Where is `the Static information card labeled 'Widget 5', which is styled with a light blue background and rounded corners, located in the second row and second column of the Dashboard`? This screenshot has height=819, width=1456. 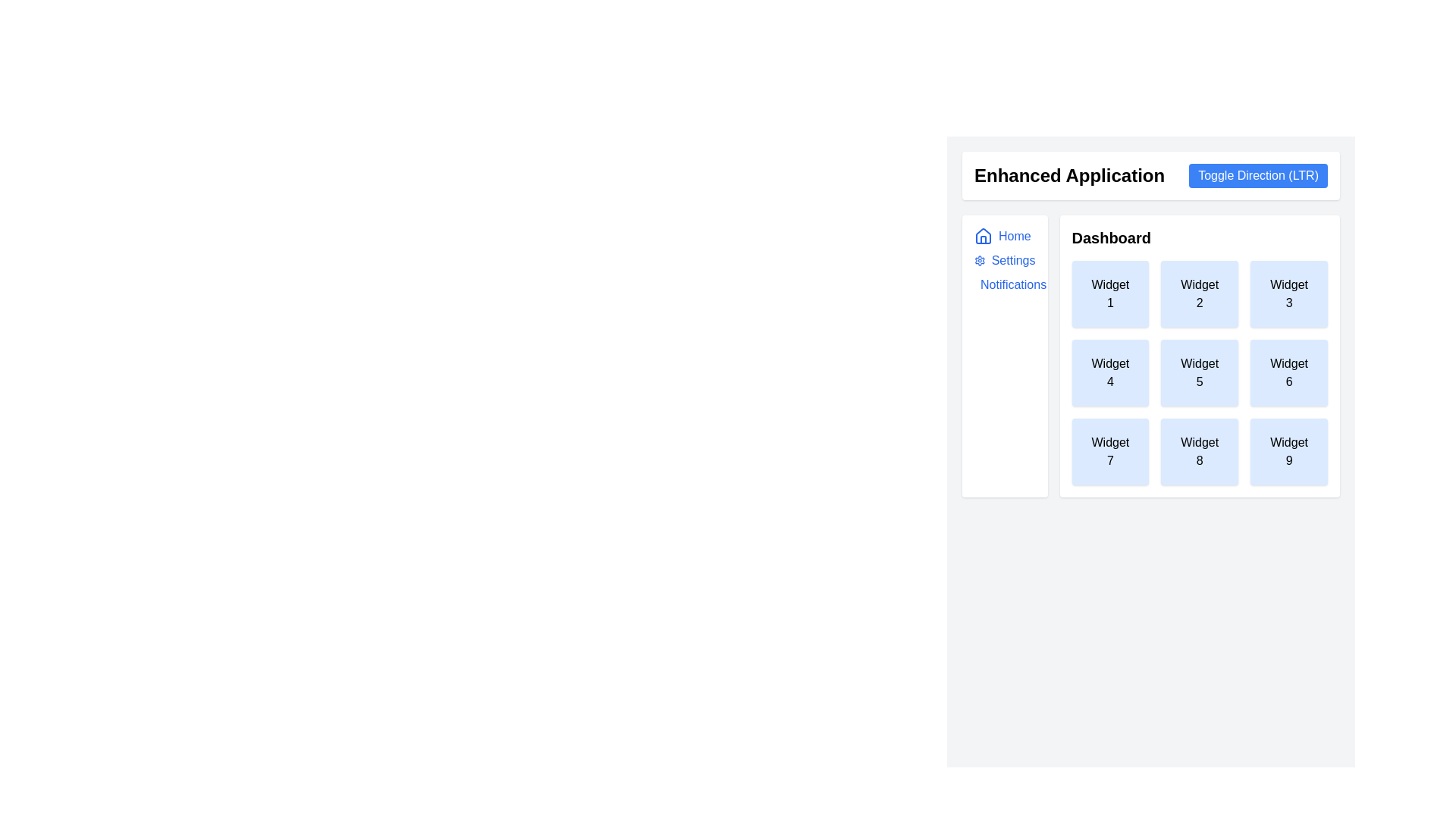 the Static information card labeled 'Widget 5', which is styled with a light blue background and rounded corners, located in the second row and second column of the Dashboard is located at coordinates (1199, 373).